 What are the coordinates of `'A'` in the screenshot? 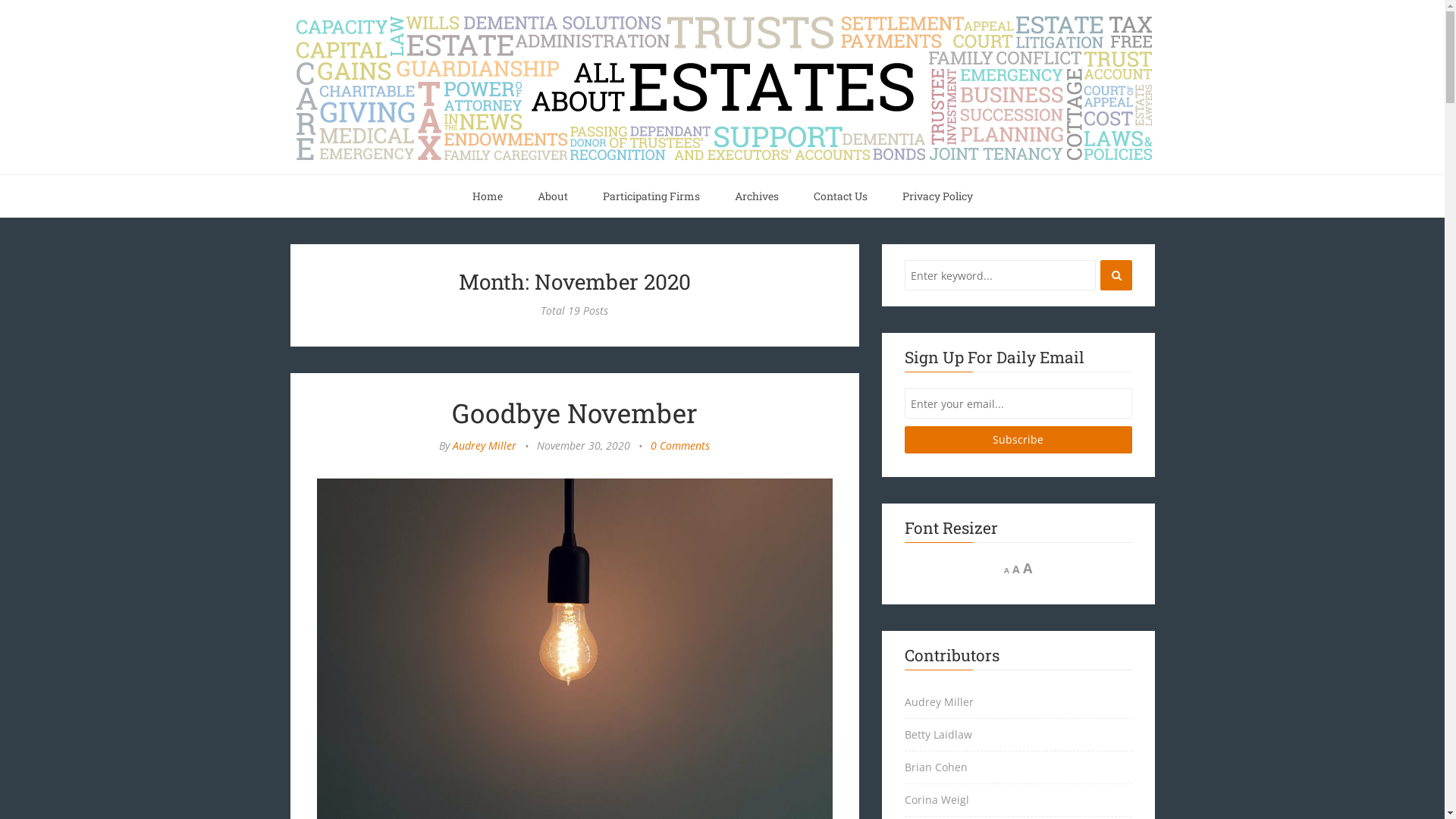 It's located at (1027, 567).